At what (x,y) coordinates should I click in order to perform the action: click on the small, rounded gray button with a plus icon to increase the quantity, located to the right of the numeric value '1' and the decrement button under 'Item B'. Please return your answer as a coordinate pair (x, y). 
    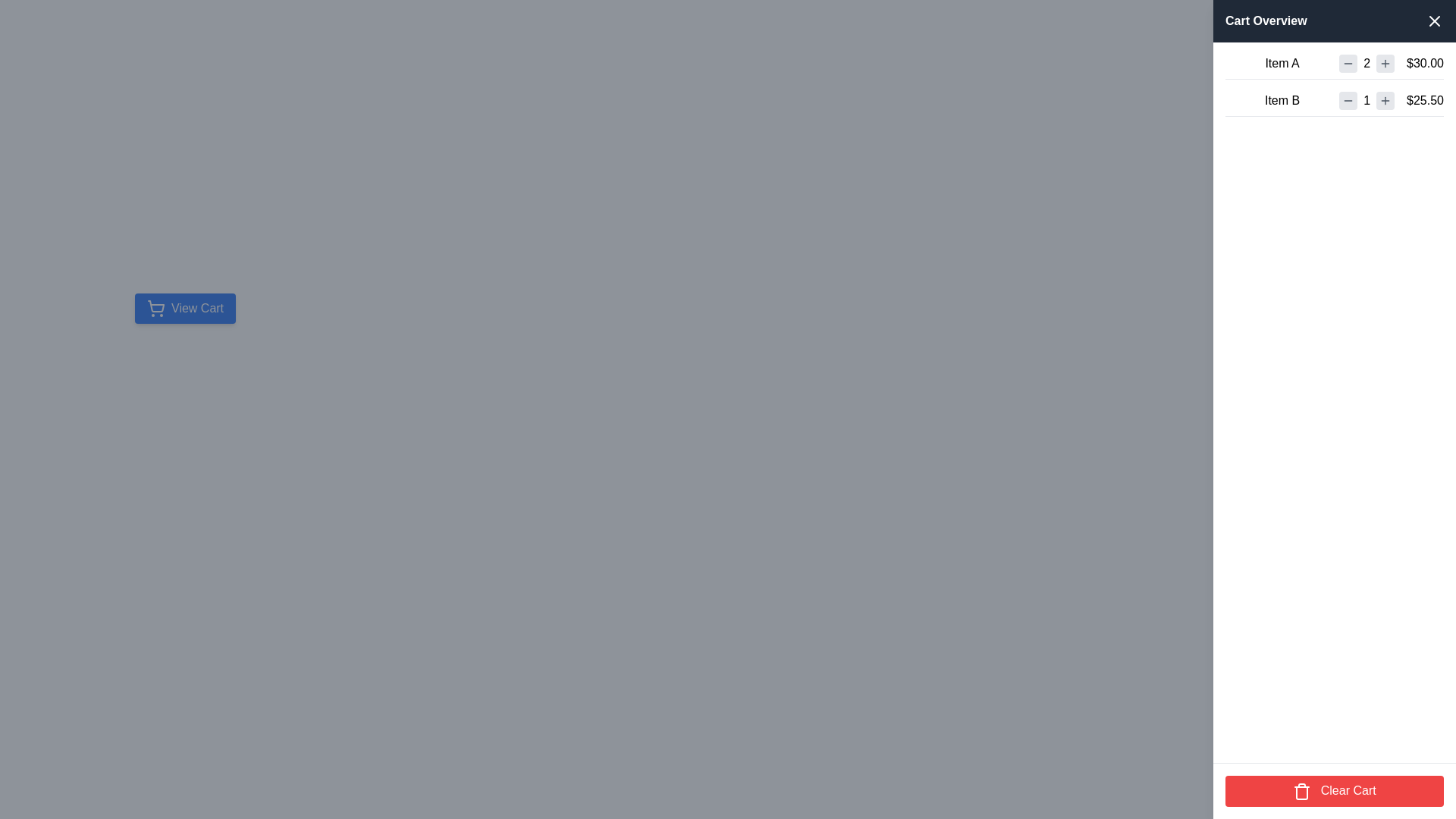
    Looking at the image, I should click on (1385, 100).